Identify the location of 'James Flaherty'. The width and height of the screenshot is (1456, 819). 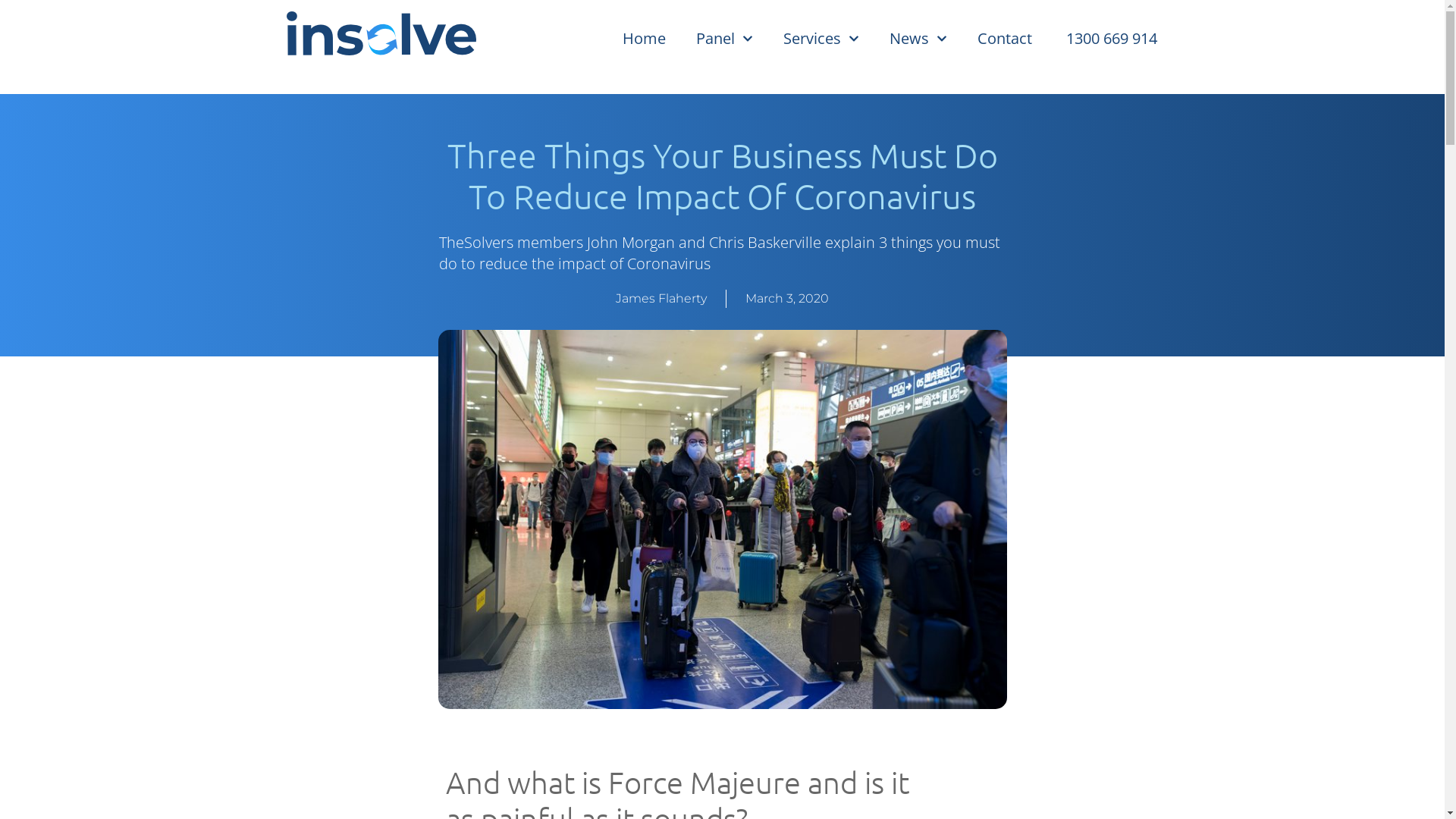
(661, 298).